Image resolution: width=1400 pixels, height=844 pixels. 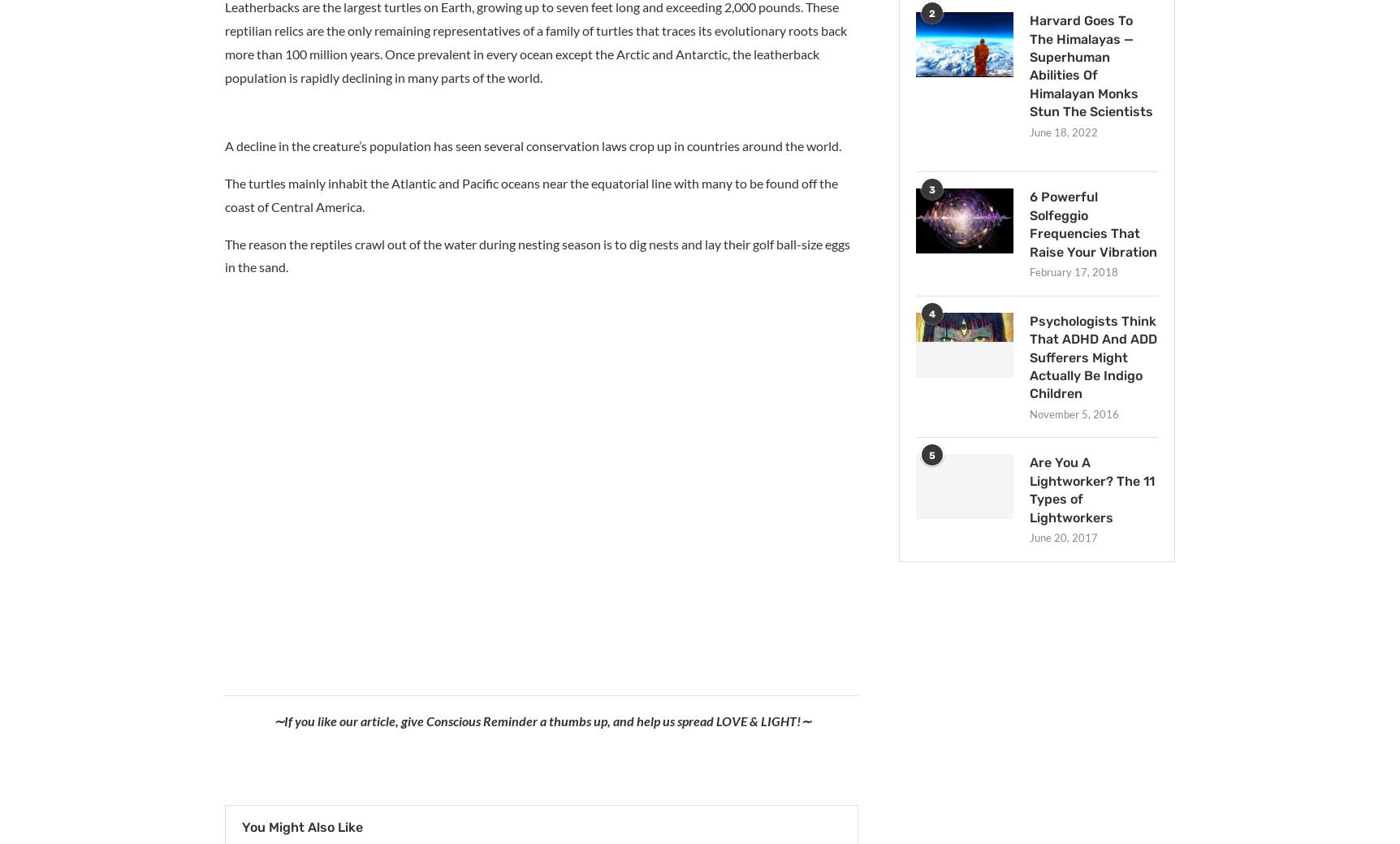 I want to click on 'Psychologists Think That ADHD And ADD Sufferers Might Actually Be Indigo Children', so click(x=1029, y=356).